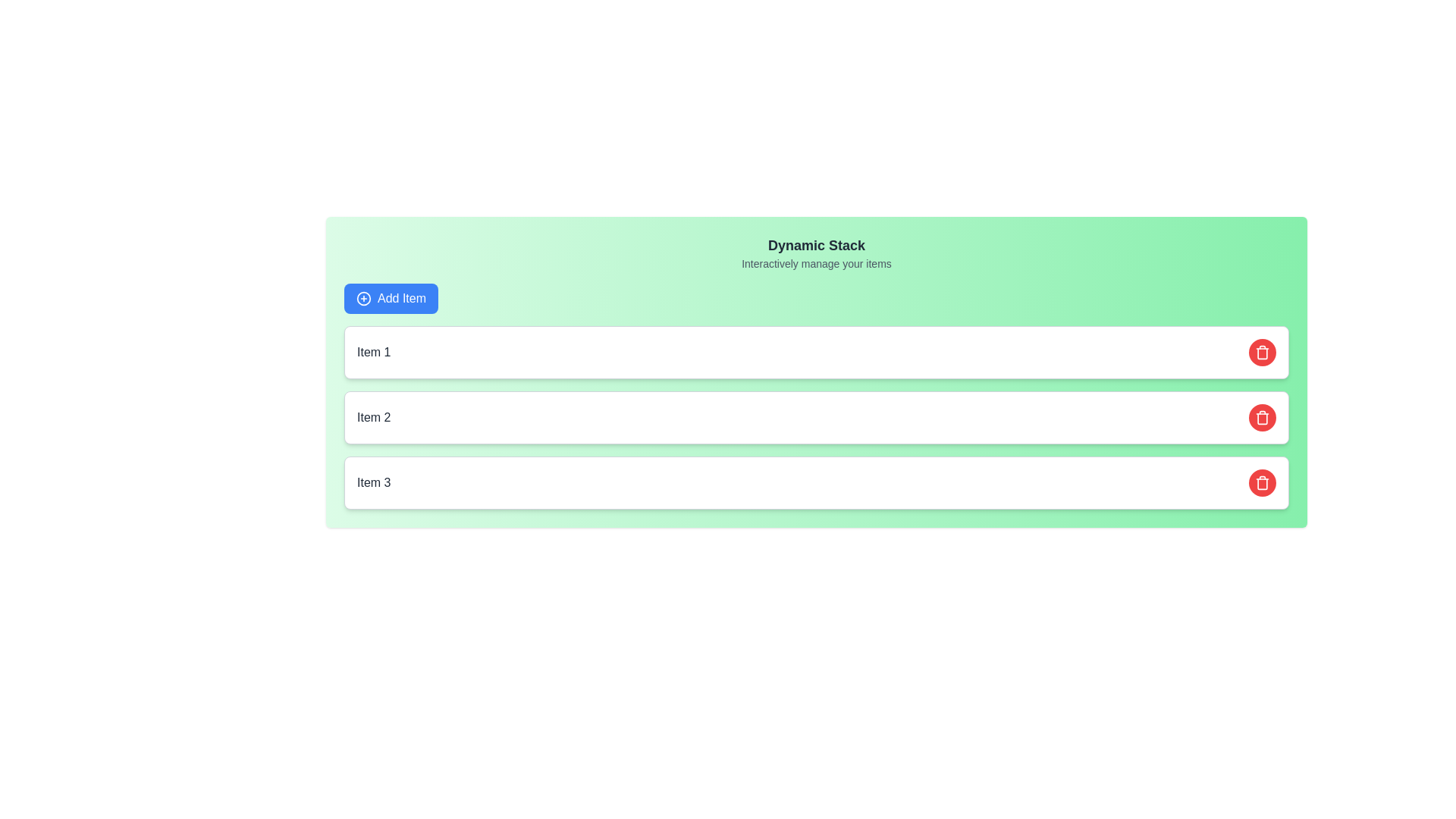 The width and height of the screenshot is (1456, 819). What do you see at coordinates (1263, 482) in the screenshot?
I see `the trash can icon button with a red background located at the far-right side of the third row adjacent to 'Item 3'` at bounding box center [1263, 482].